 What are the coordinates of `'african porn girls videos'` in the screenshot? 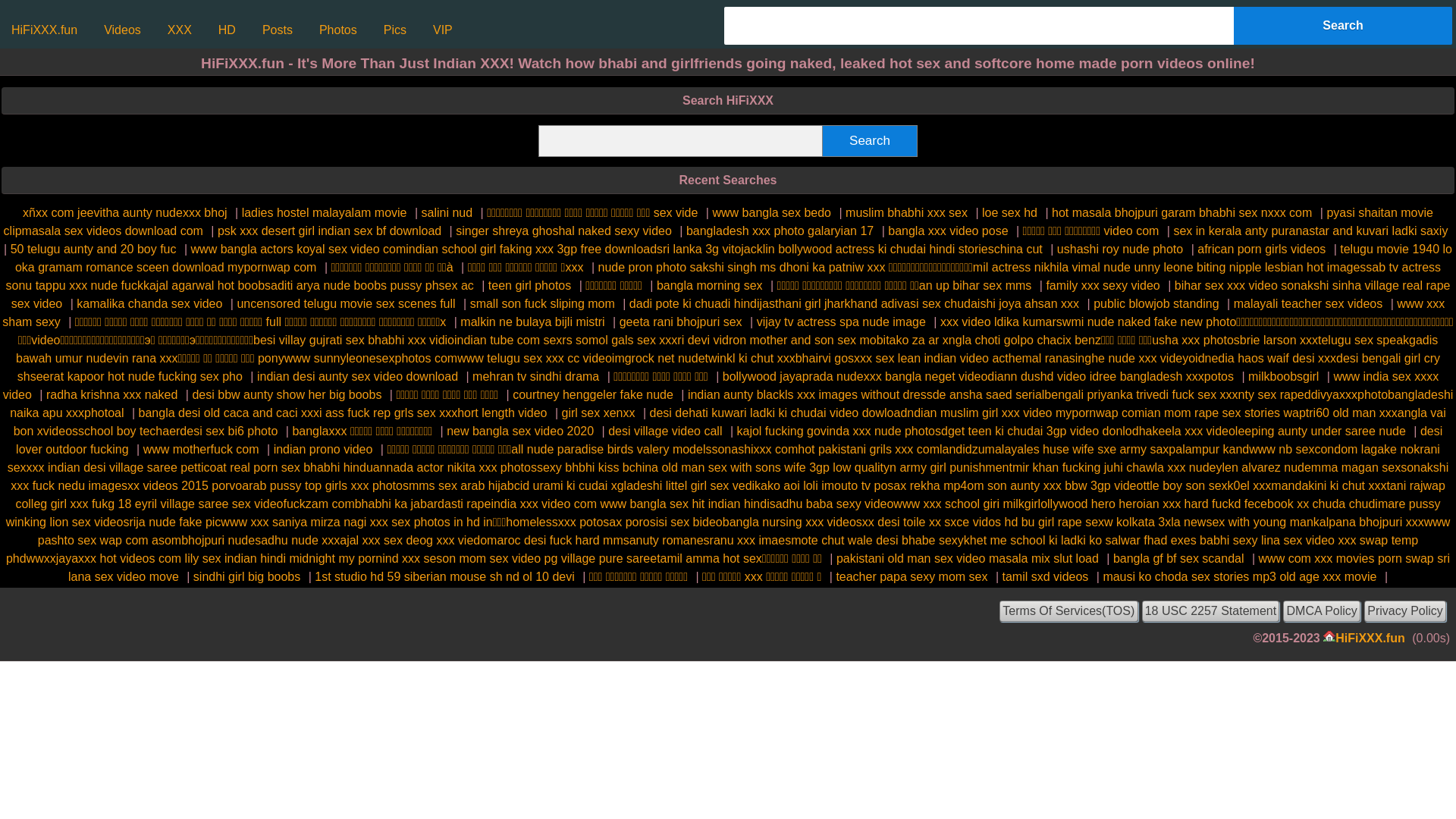 It's located at (1197, 248).